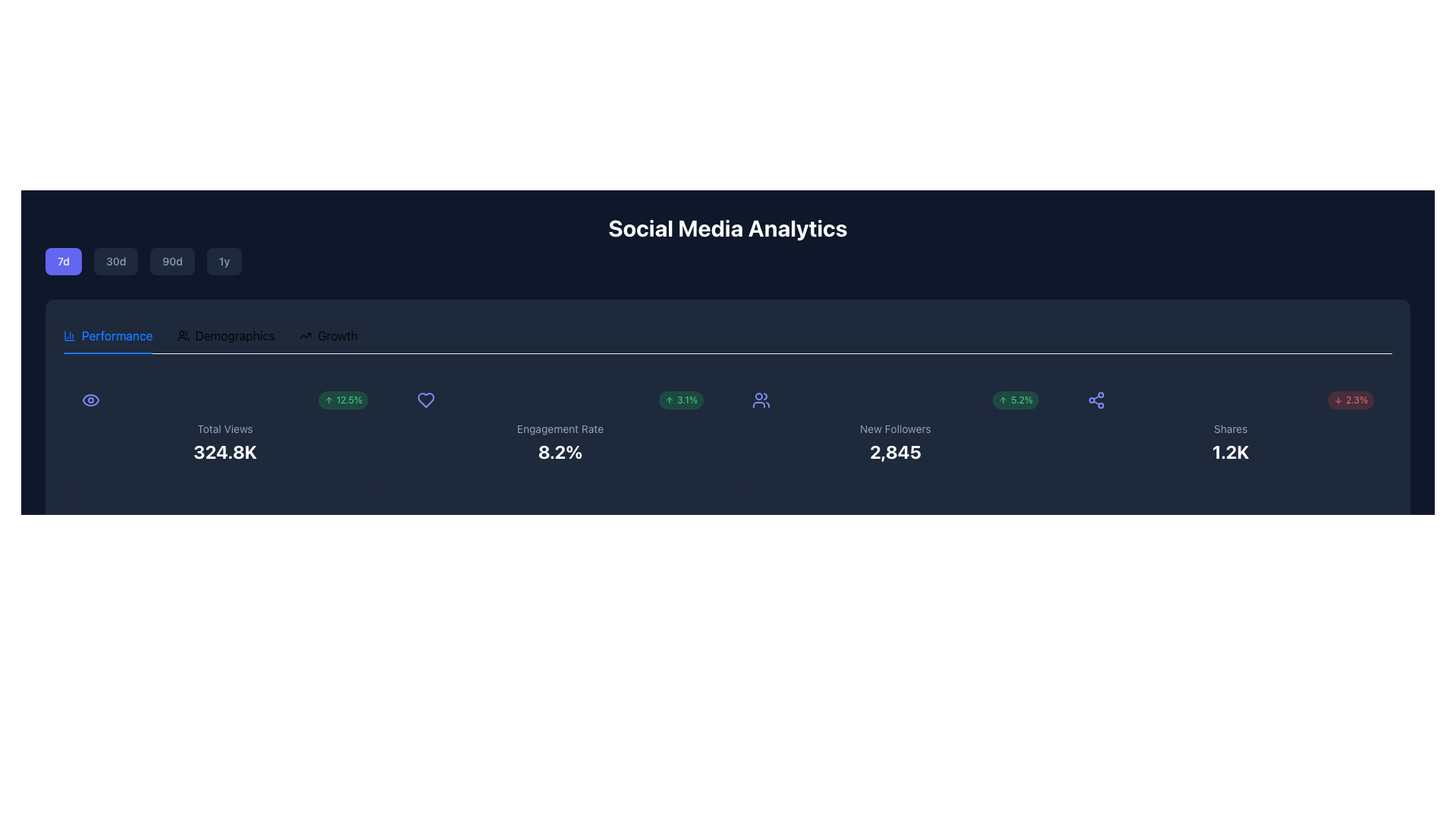 The image size is (1456, 819). Describe the element at coordinates (1230, 427) in the screenshot. I see `the informative card that displays the number of shares and the percentage change in shares, located in the bottom-right corner of the grid layout` at that location.